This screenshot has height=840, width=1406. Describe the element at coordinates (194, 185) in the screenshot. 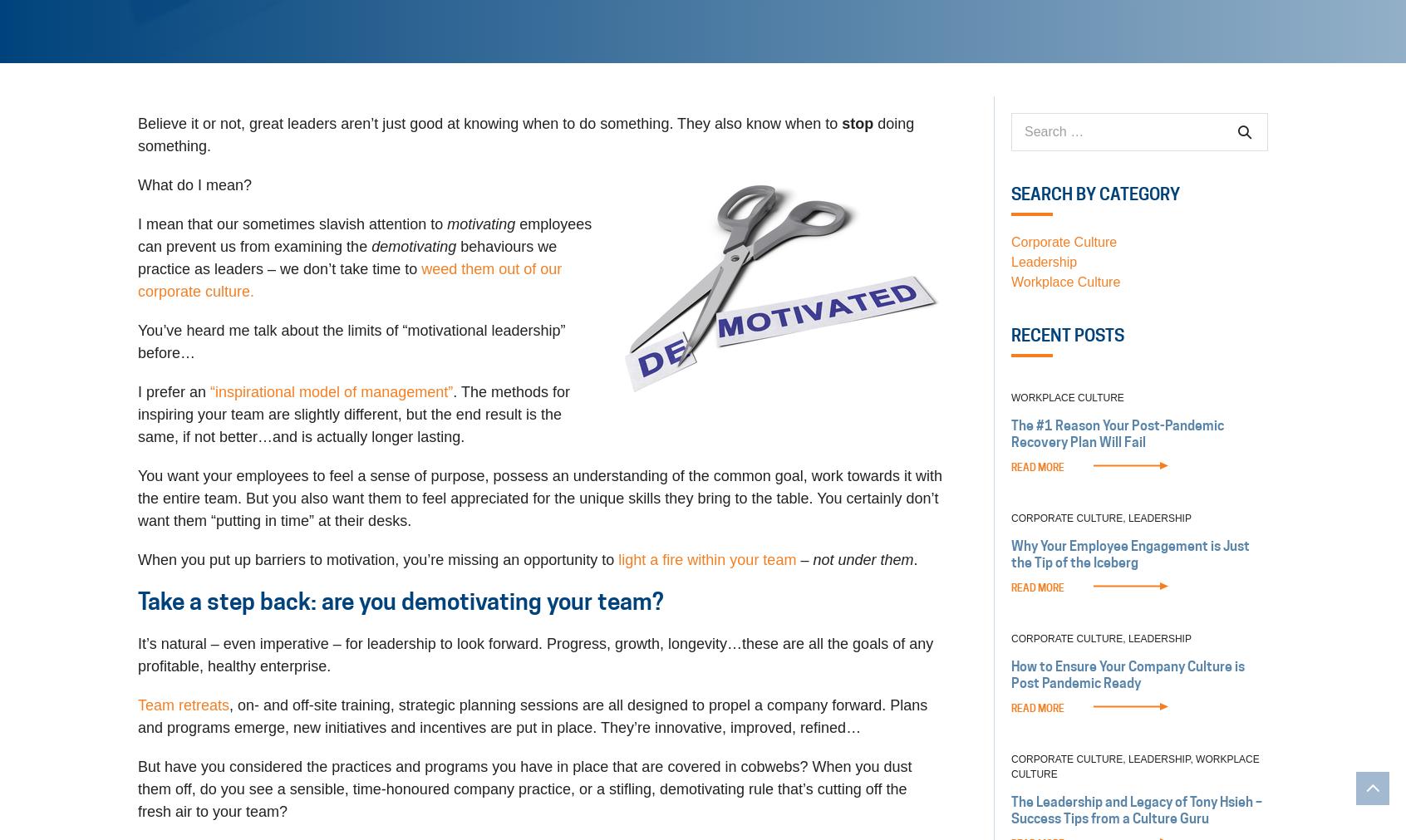

I see `'What do I mean?'` at that location.